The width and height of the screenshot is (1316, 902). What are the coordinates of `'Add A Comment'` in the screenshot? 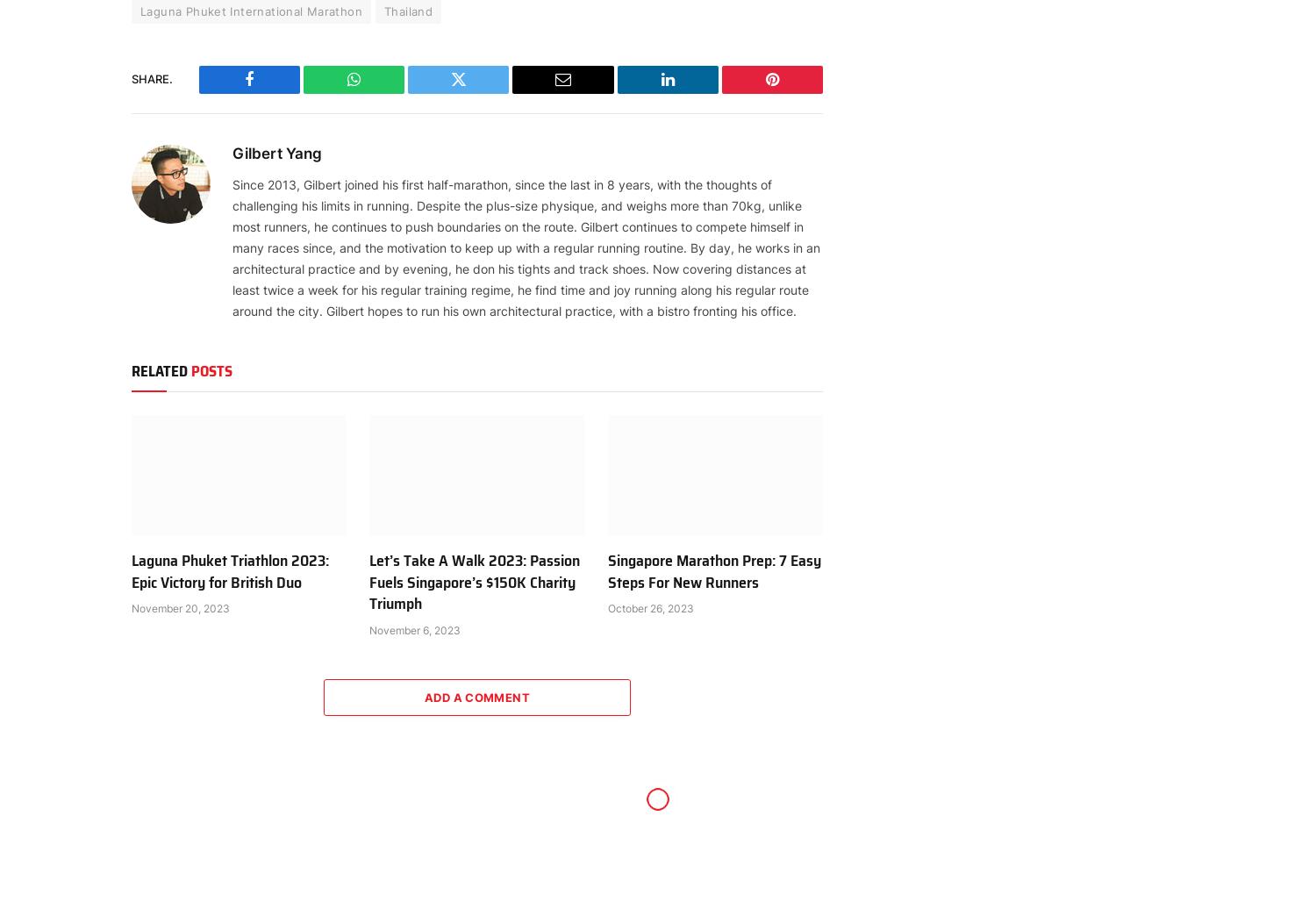 It's located at (423, 695).